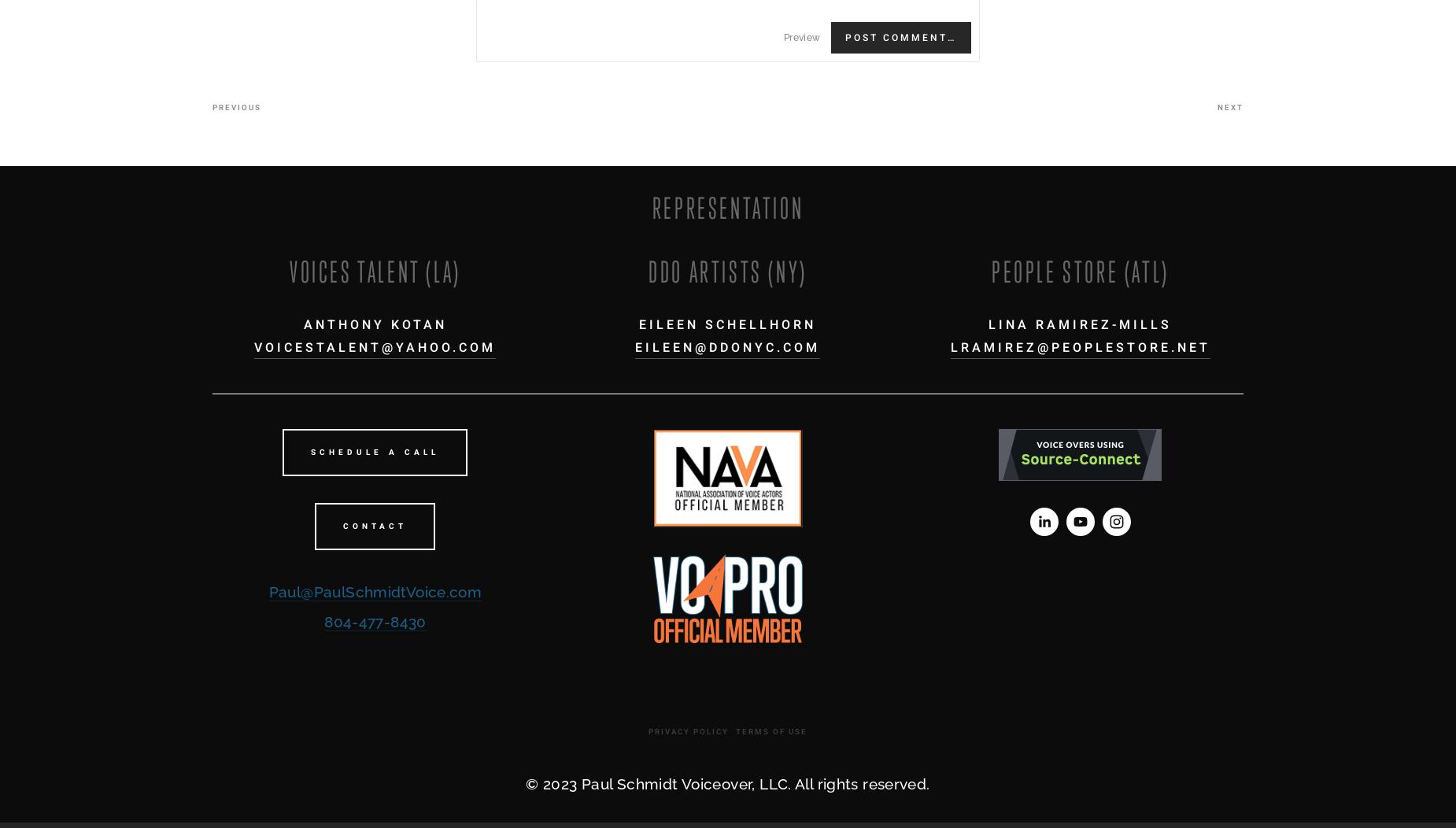 The width and height of the screenshot is (1456, 828). Describe the element at coordinates (734, 730) in the screenshot. I see `'Terms Of Use'` at that location.